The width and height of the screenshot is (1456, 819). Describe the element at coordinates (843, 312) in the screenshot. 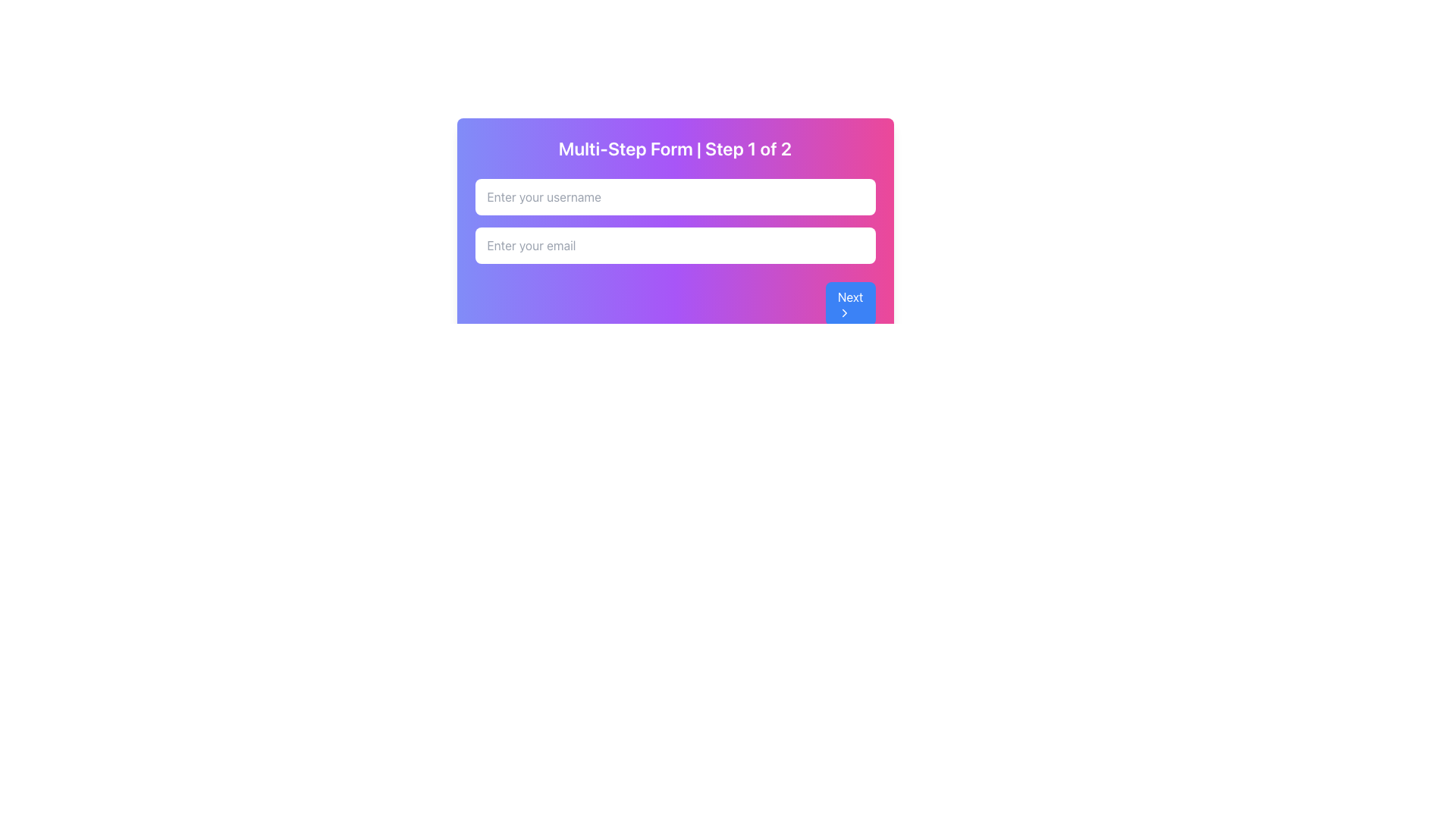

I see `the 'Next' button located in the bottom-right corner of the multi-step form interface, which features a small right-pointing chevron icon as part of its design to indicate navigation` at that location.